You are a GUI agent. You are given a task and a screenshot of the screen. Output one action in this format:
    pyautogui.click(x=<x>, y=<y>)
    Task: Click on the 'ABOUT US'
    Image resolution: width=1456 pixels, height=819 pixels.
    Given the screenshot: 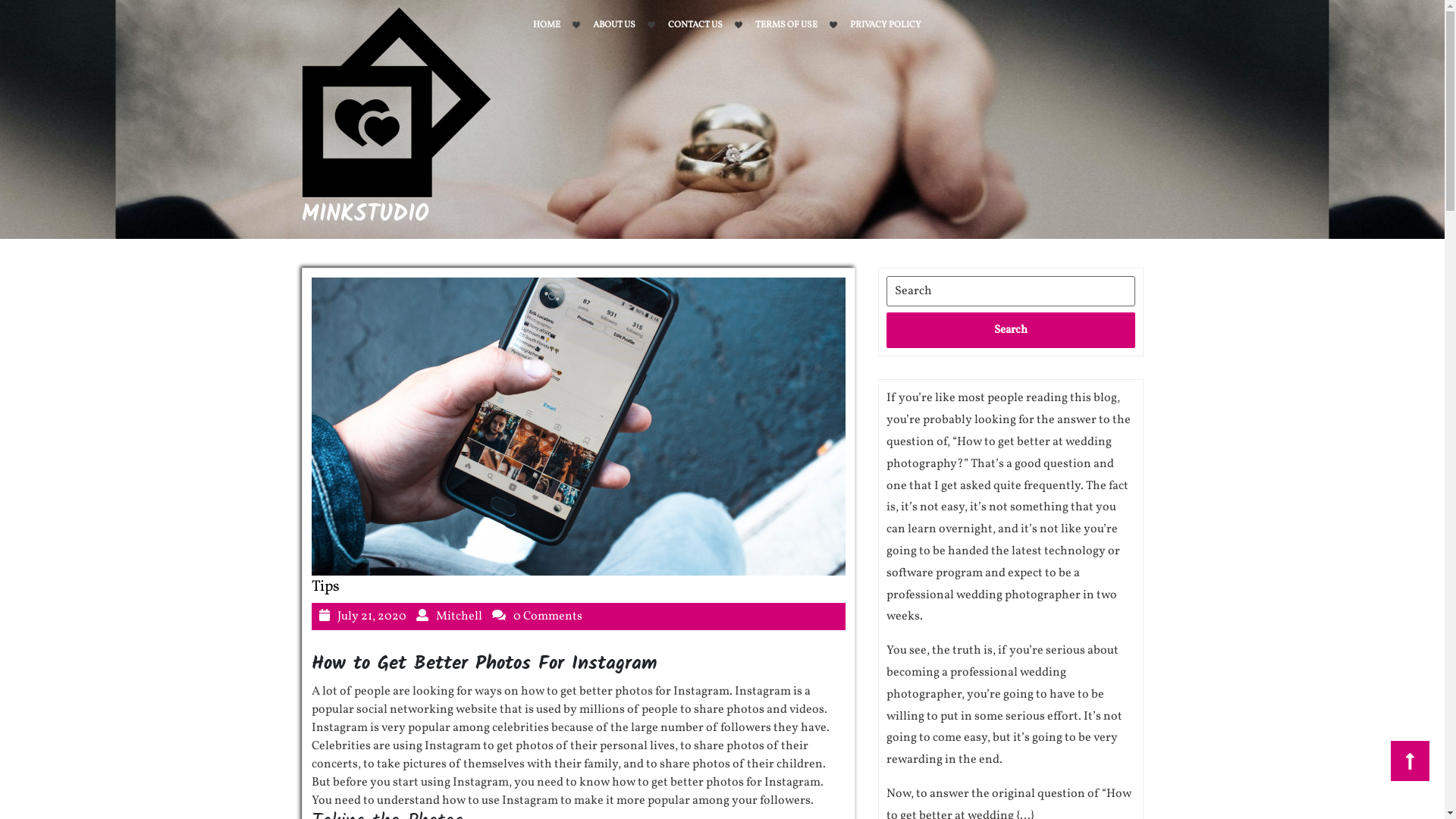 What is the action you would take?
    pyautogui.click(x=614, y=25)
    